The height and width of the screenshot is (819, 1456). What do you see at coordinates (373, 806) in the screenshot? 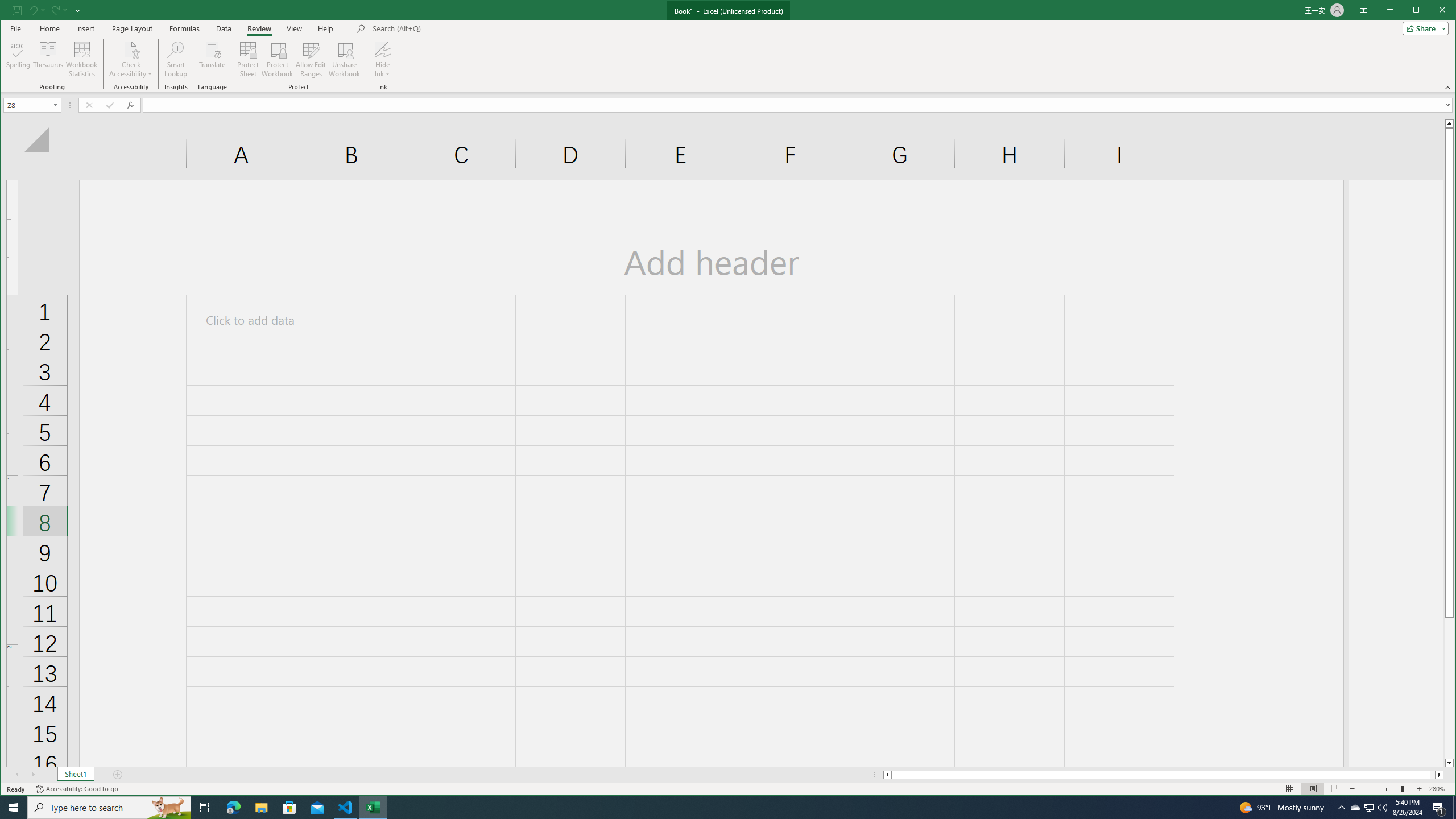
I see `'Excel - 1 running window'` at bounding box center [373, 806].